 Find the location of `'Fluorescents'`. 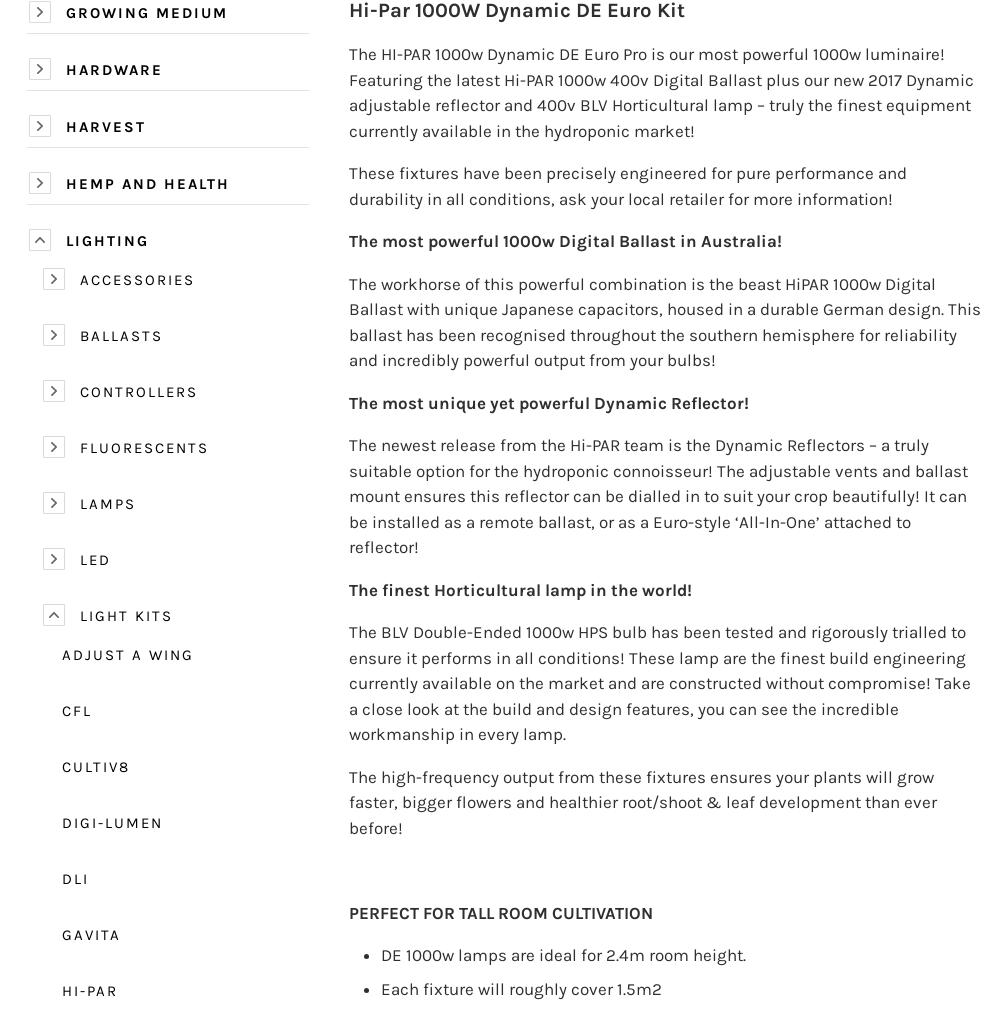

'Fluorescents' is located at coordinates (144, 447).